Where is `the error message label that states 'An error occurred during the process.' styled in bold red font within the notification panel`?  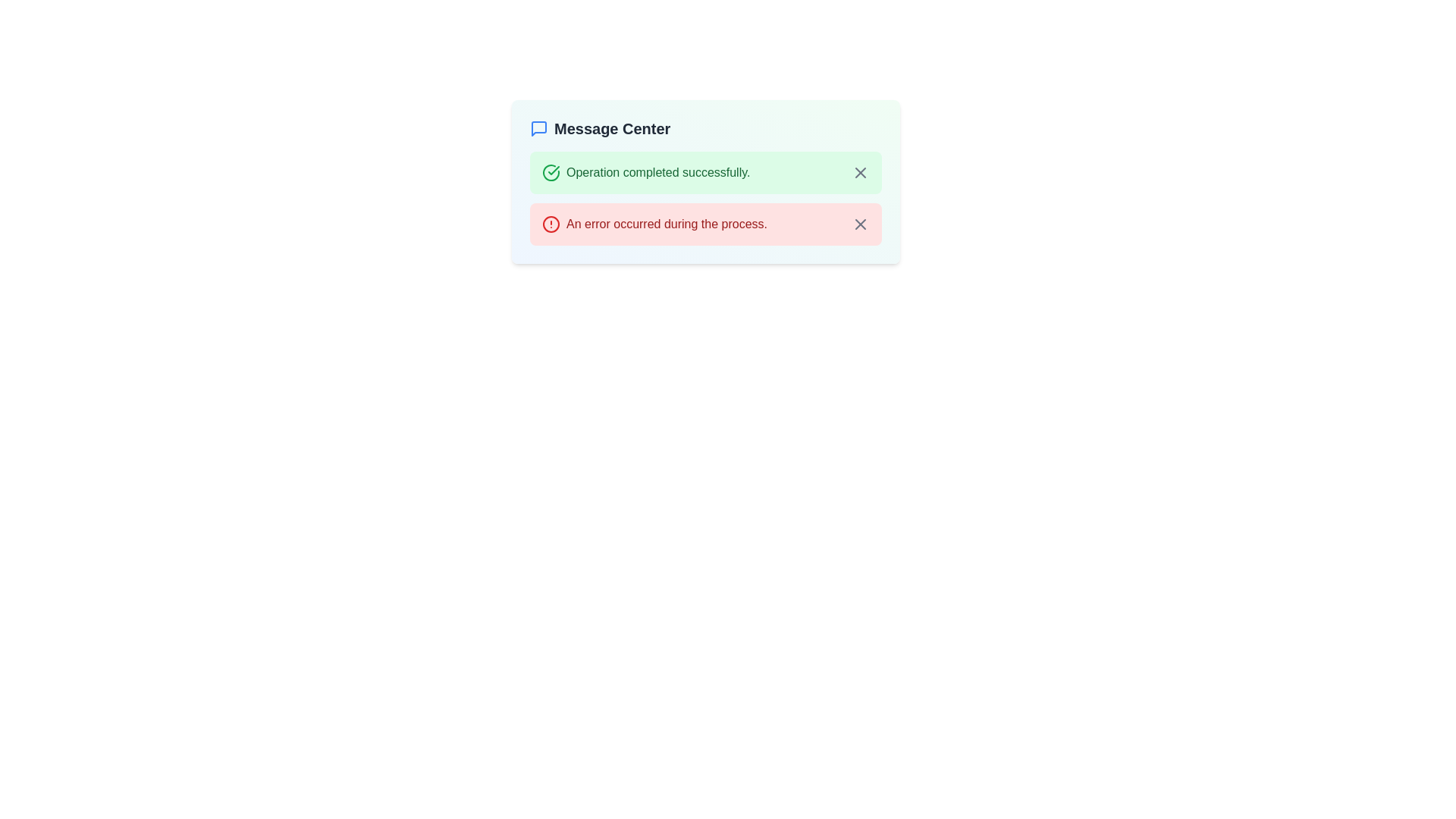
the error message label that states 'An error occurred during the process.' styled in bold red font within the notification panel is located at coordinates (667, 224).